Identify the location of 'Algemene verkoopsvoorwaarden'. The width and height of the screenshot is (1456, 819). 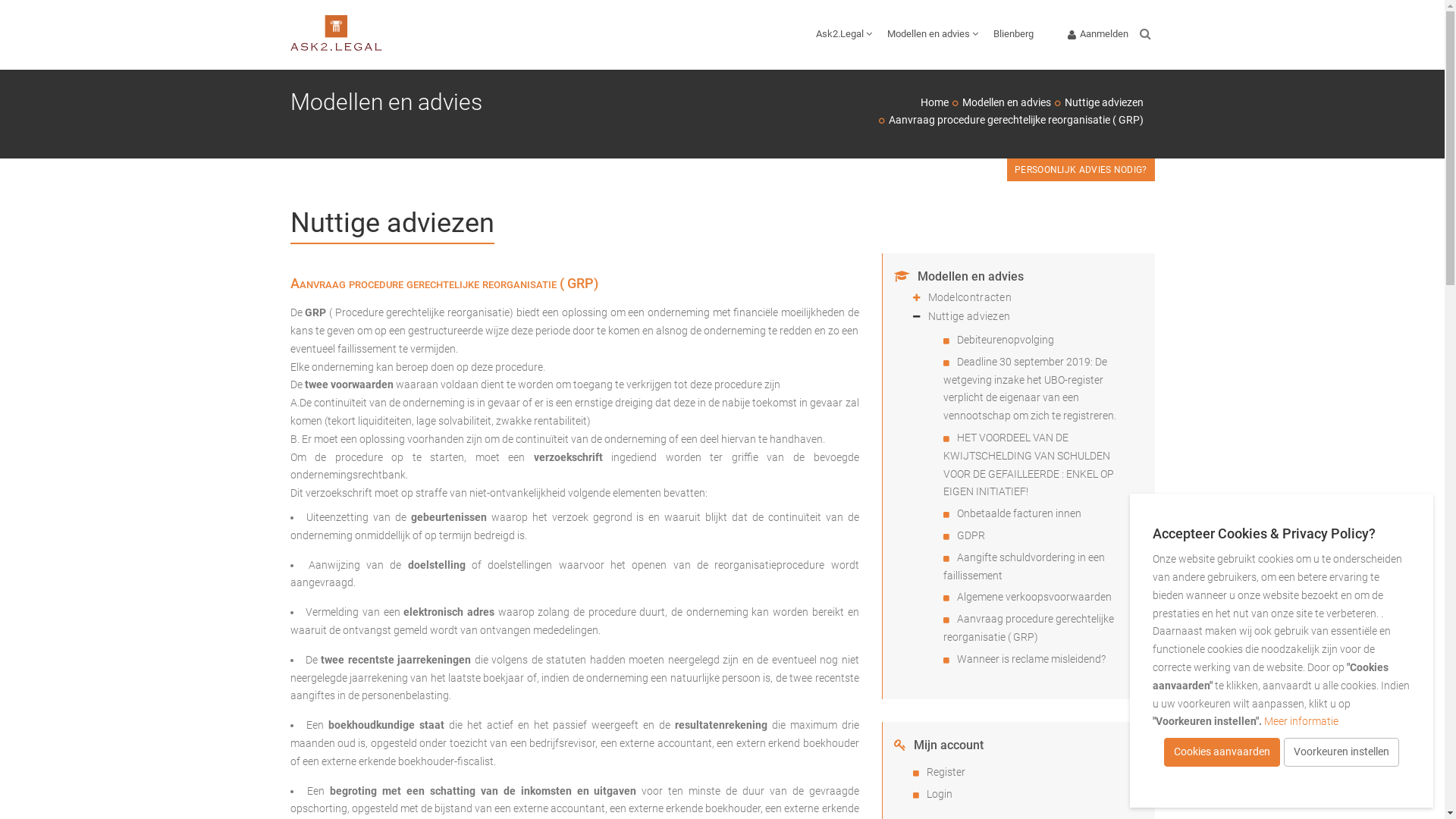
(956, 595).